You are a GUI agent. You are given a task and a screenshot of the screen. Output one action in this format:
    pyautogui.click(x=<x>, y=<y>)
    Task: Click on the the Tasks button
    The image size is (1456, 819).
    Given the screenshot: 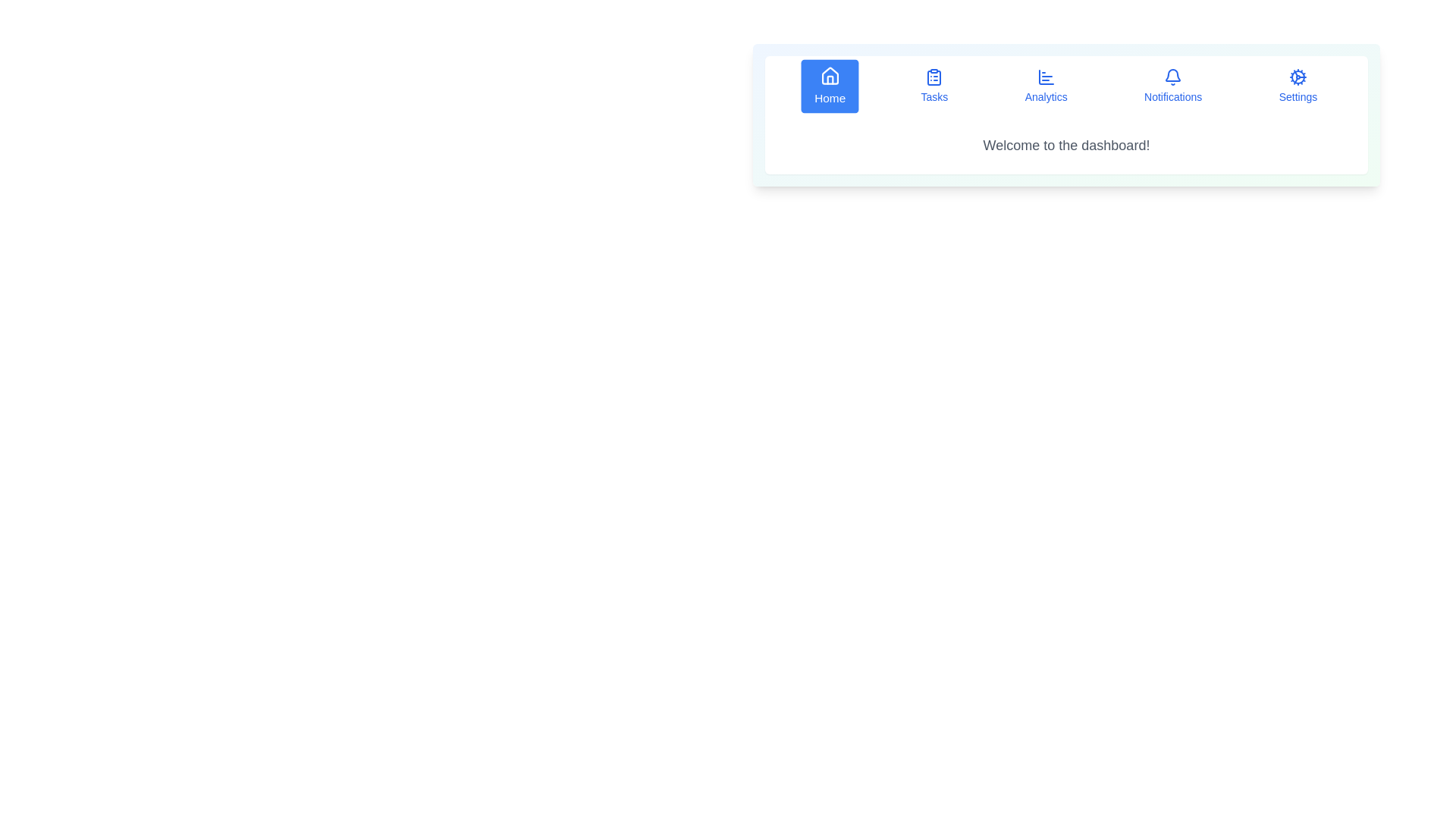 What is the action you would take?
    pyautogui.click(x=934, y=86)
    